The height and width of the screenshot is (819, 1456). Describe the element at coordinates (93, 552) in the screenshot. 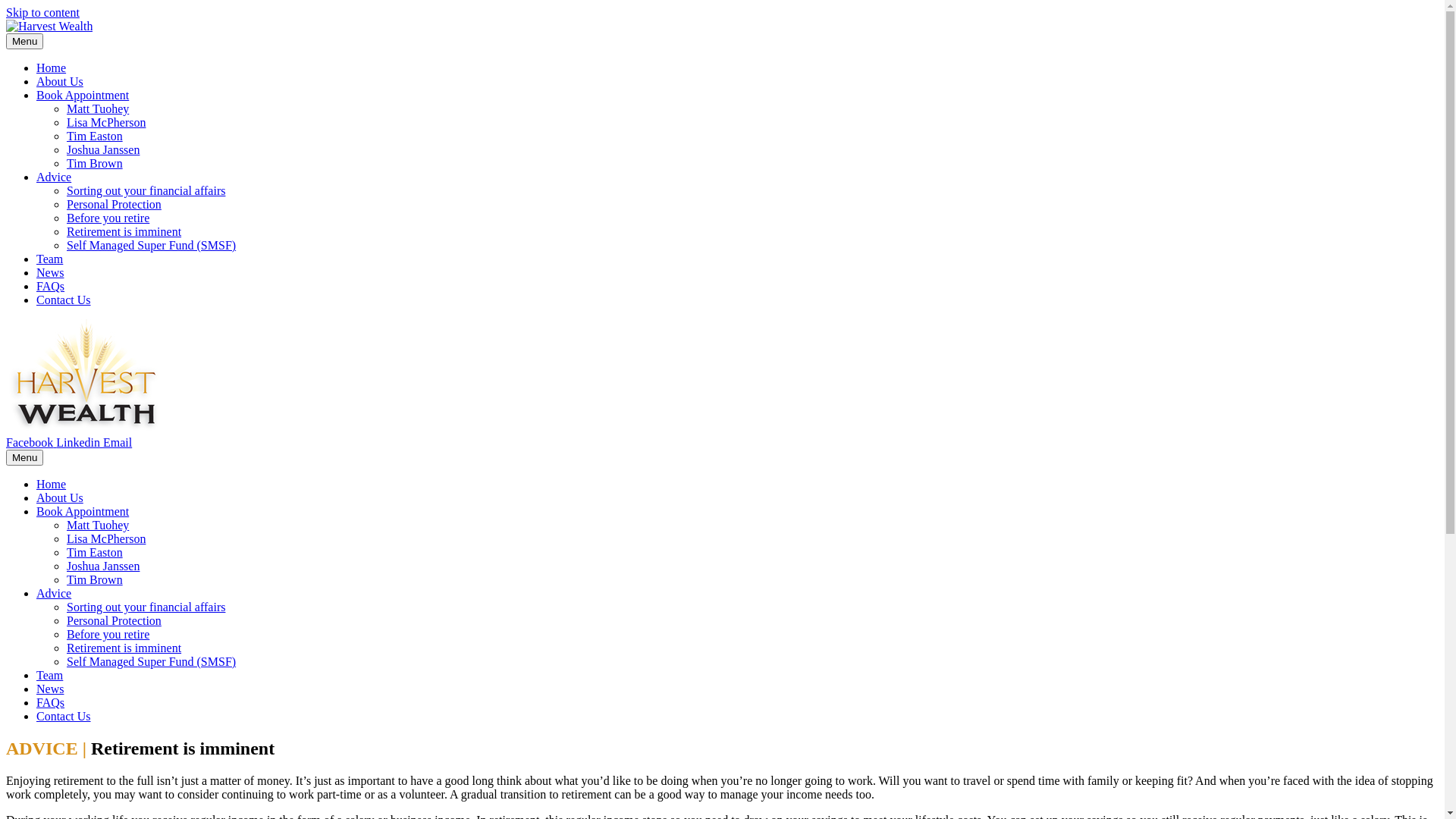

I see `'Tim Easton'` at that location.